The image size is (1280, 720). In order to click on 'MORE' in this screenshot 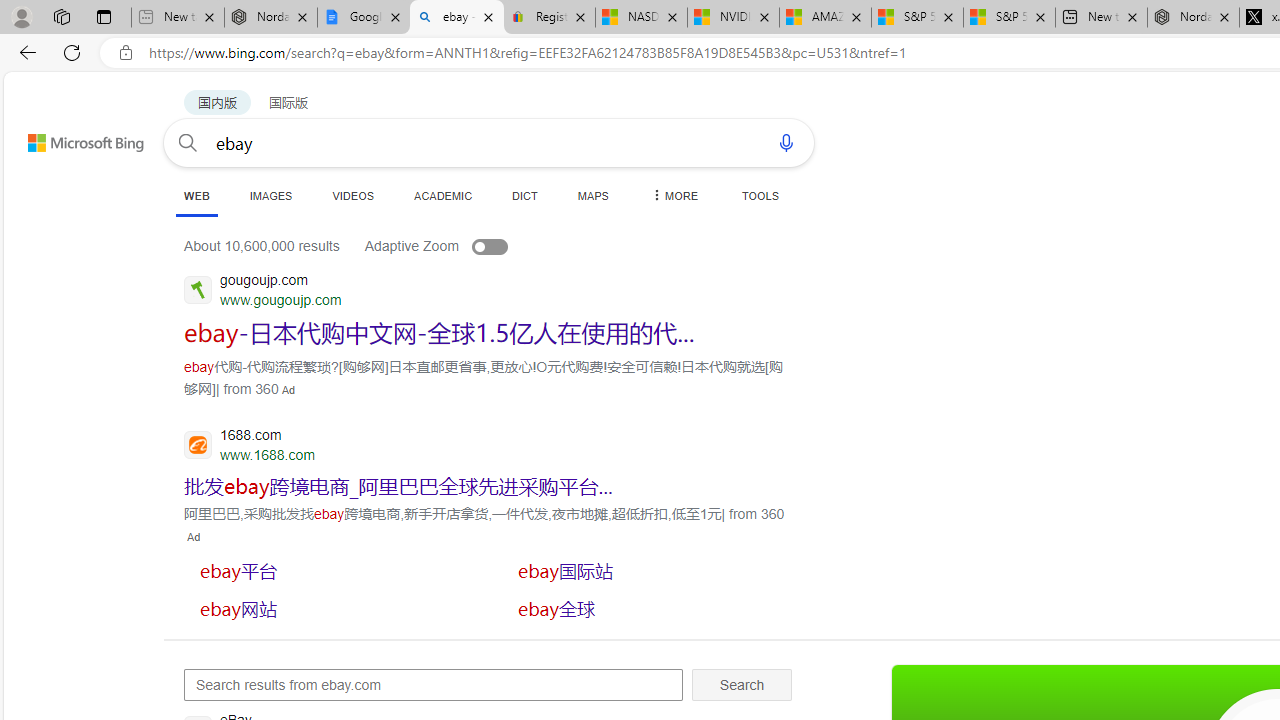, I will do `click(673, 195)`.